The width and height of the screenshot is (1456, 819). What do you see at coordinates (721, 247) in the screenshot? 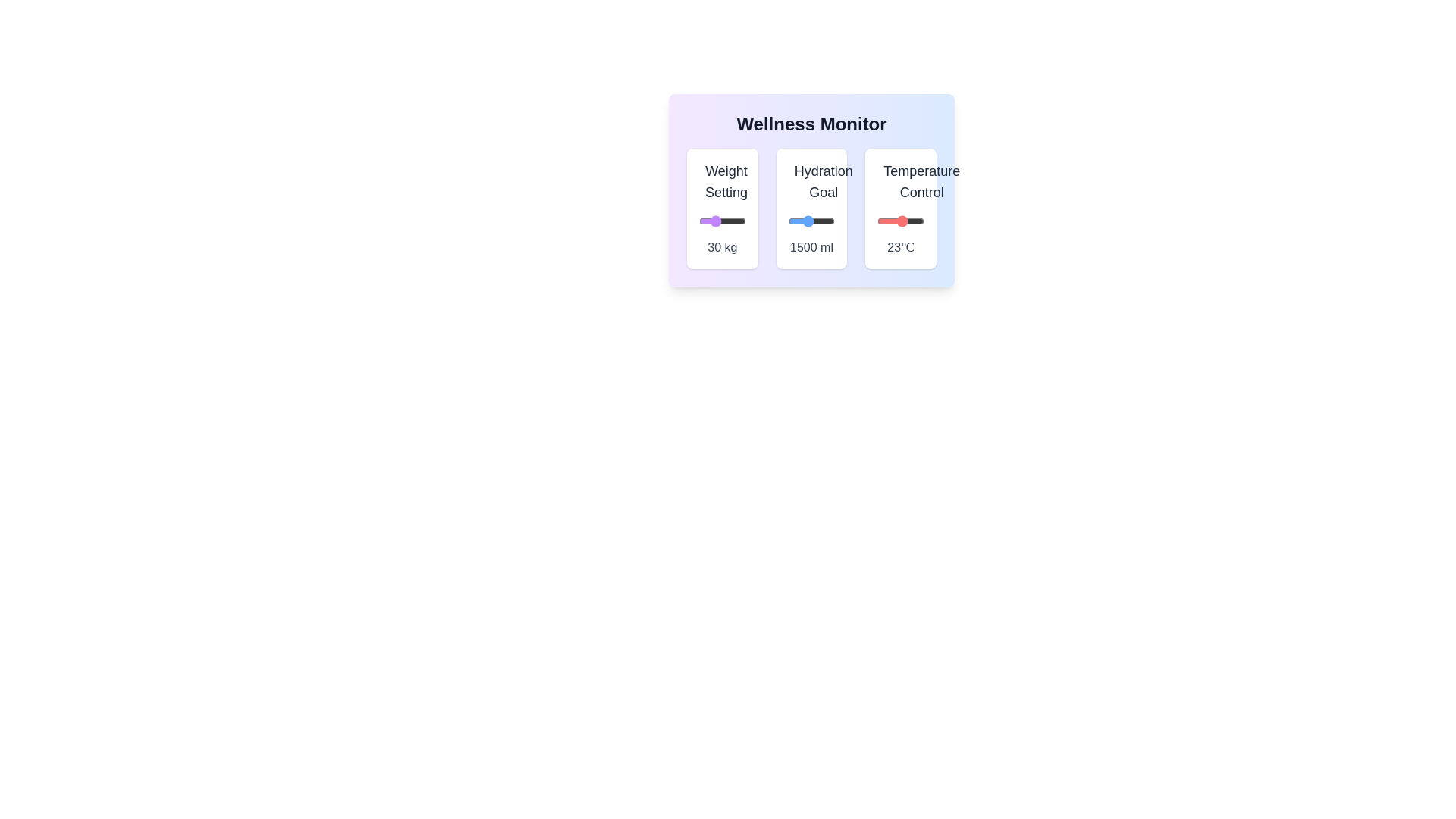
I see `the text display showing '30 kg' located below the purple slider in the 'Weight Setting' panel` at bounding box center [721, 247].